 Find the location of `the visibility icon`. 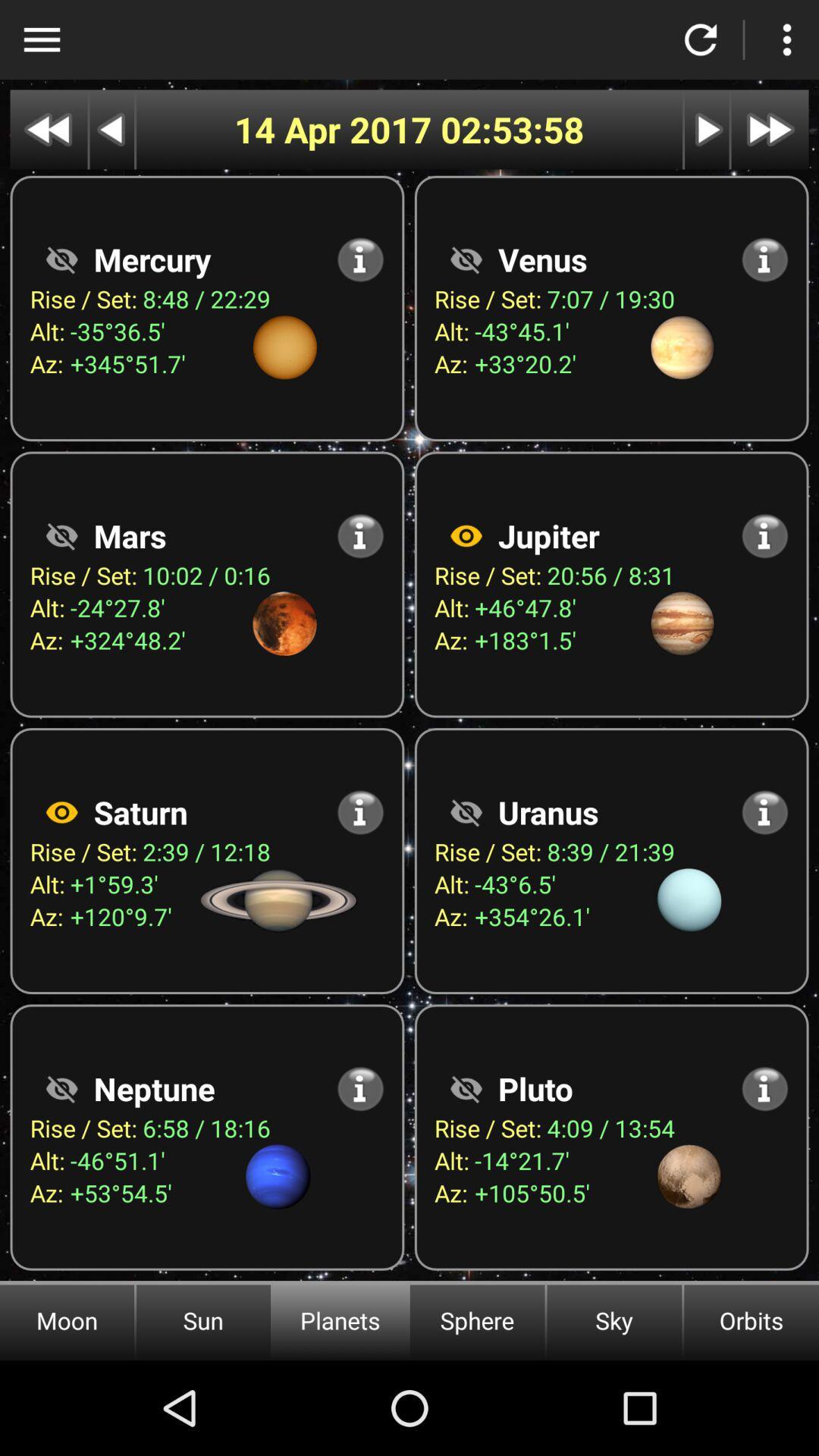

the visibility icon is located at coordinates (61, 1087).